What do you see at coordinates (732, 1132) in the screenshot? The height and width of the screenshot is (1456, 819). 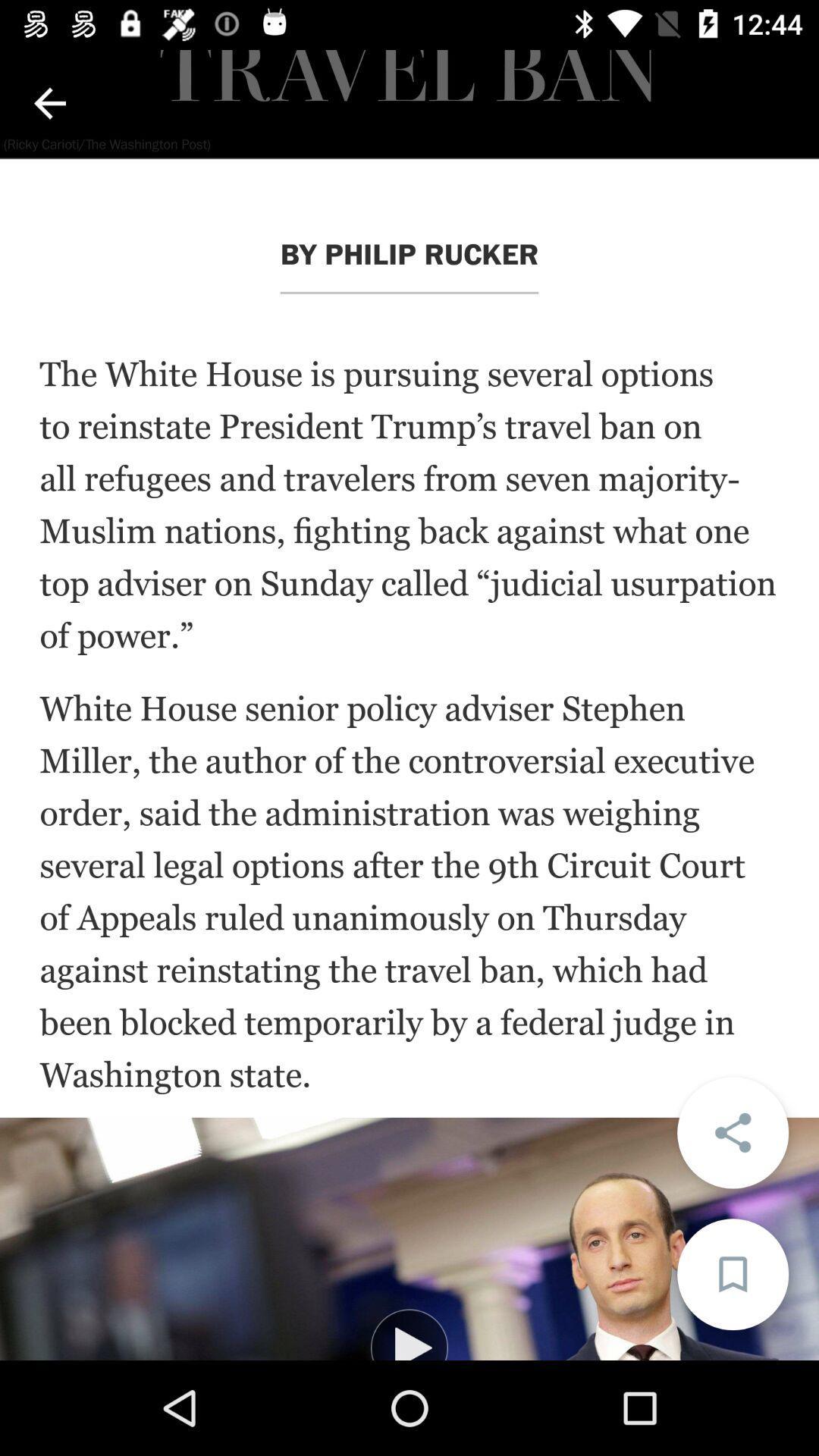 I see `the share icon` at bounding box center [732, 1132].